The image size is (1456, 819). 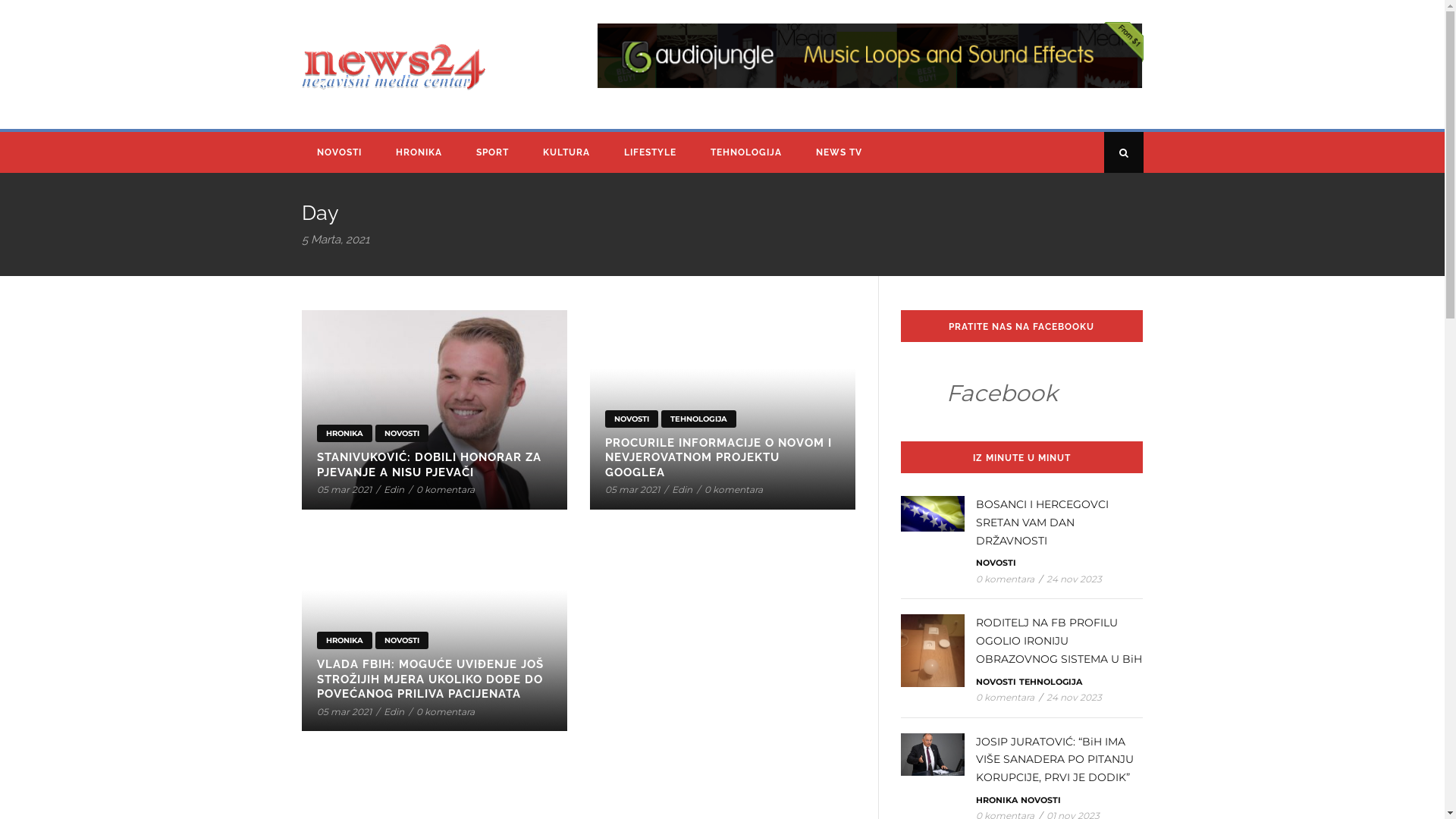 I want to click on 'Facebook', so click(x=946, y=392).